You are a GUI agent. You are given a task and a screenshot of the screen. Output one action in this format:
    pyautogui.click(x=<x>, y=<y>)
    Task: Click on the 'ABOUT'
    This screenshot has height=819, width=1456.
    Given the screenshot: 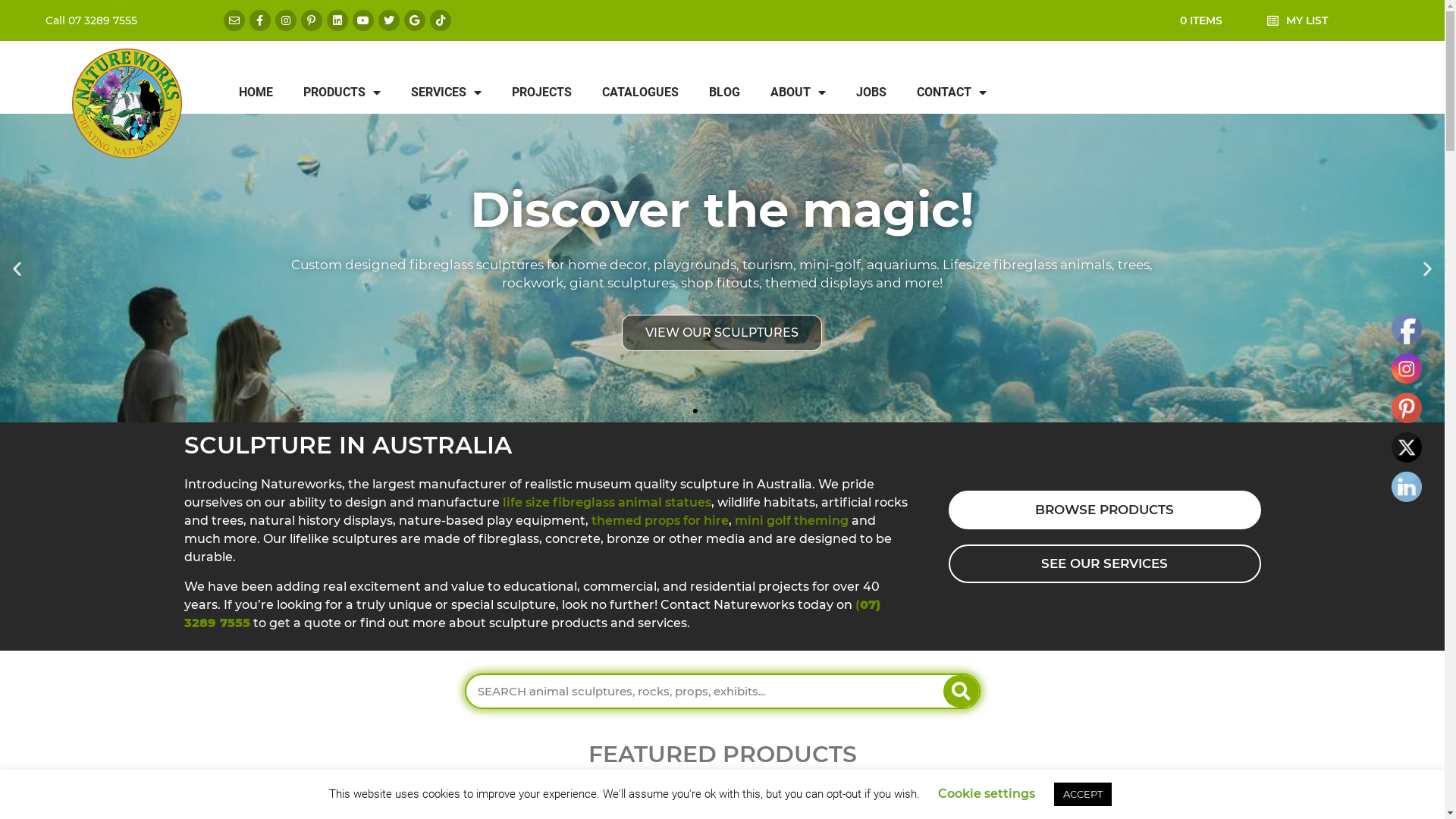 What is the action you would take?
    pyautogui.click(x=797, y=93)
    